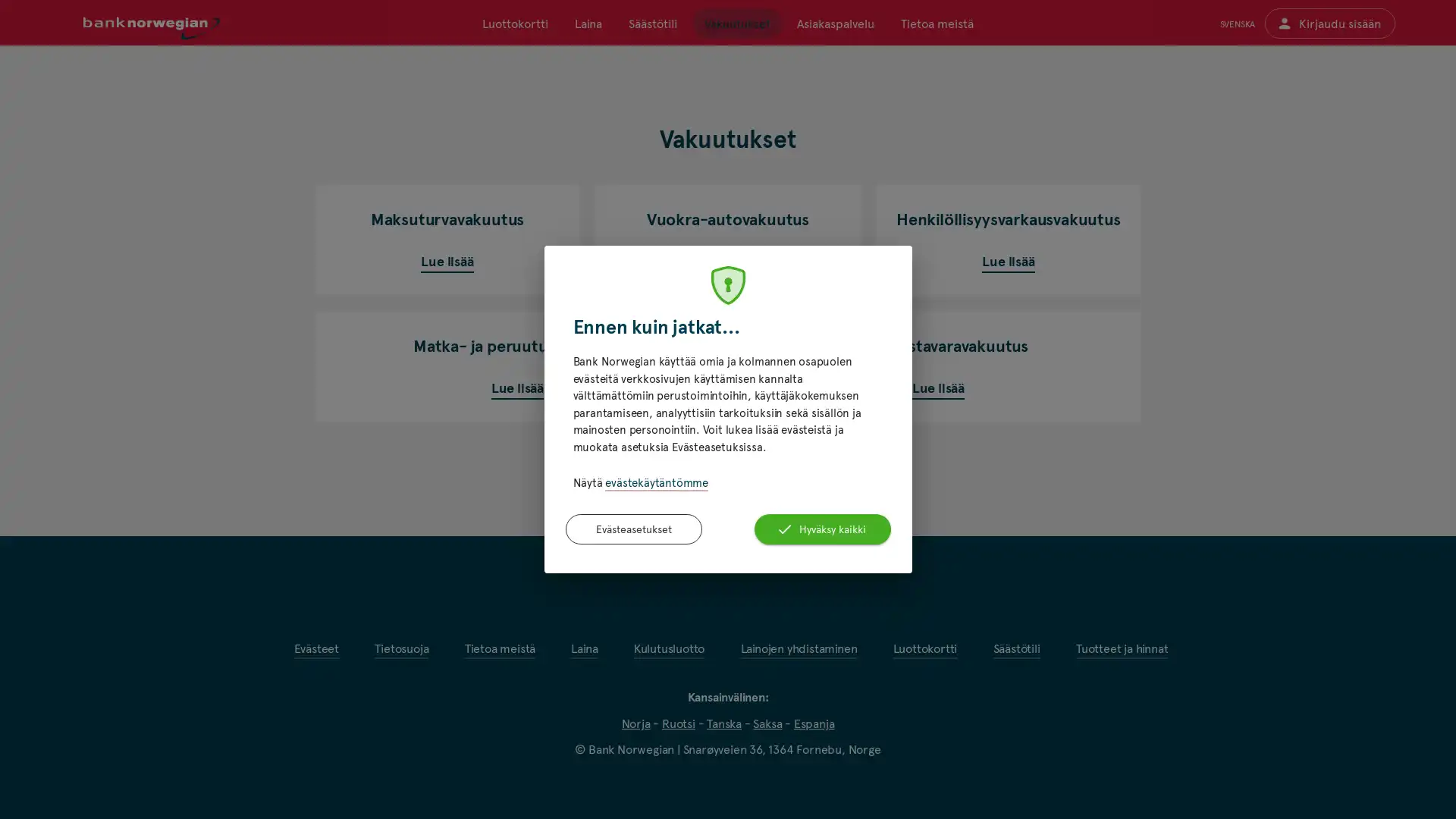 The height and width of the screenshot is (819, 1456). What do you see at coordinates (633, 528) in the screenshot?
I see `Evasteasetukset` at bounding box center [633, 528].